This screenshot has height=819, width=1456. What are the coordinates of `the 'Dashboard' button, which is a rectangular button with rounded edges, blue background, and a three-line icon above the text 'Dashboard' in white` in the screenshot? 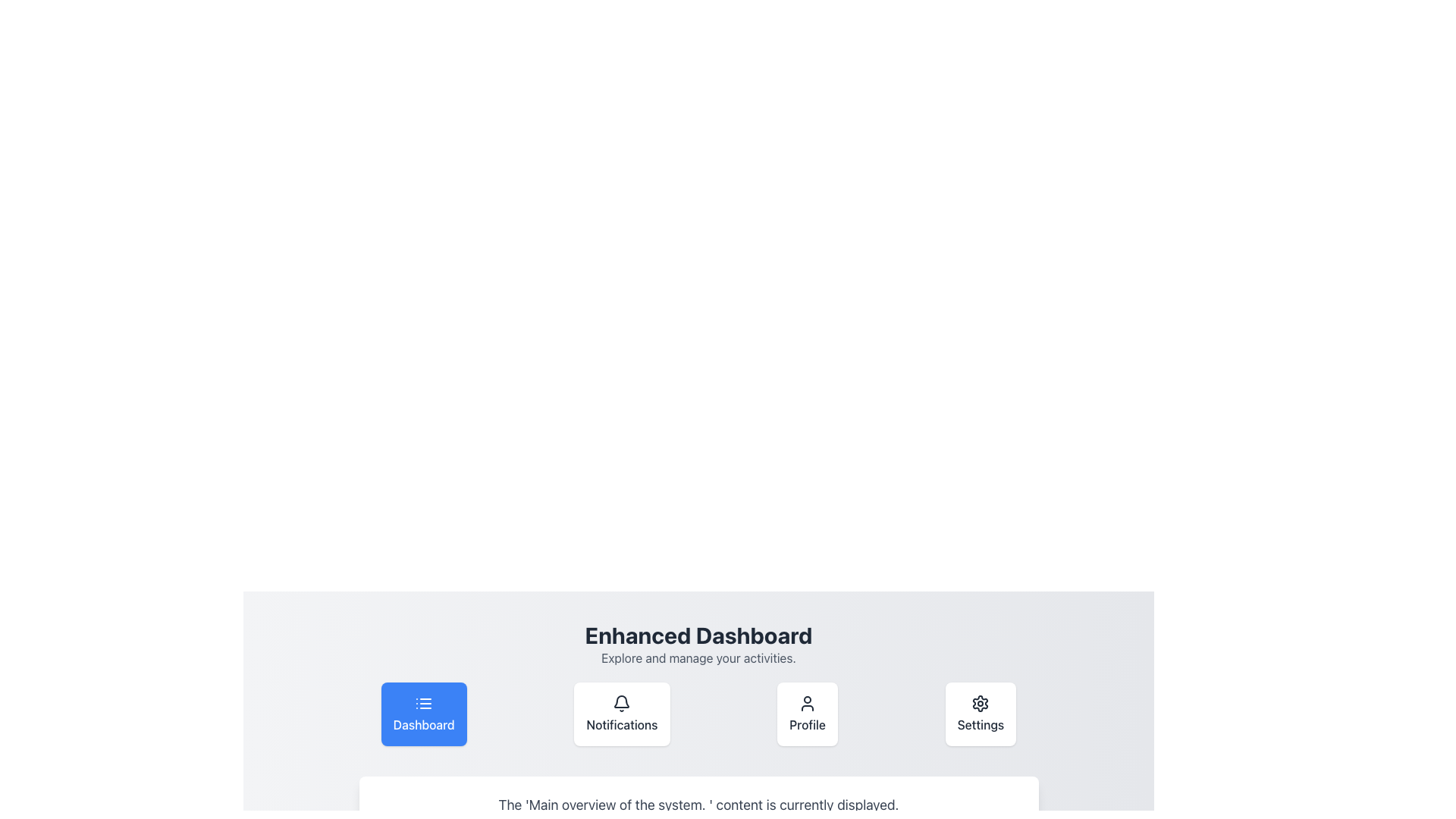 It's located at (424, 714).